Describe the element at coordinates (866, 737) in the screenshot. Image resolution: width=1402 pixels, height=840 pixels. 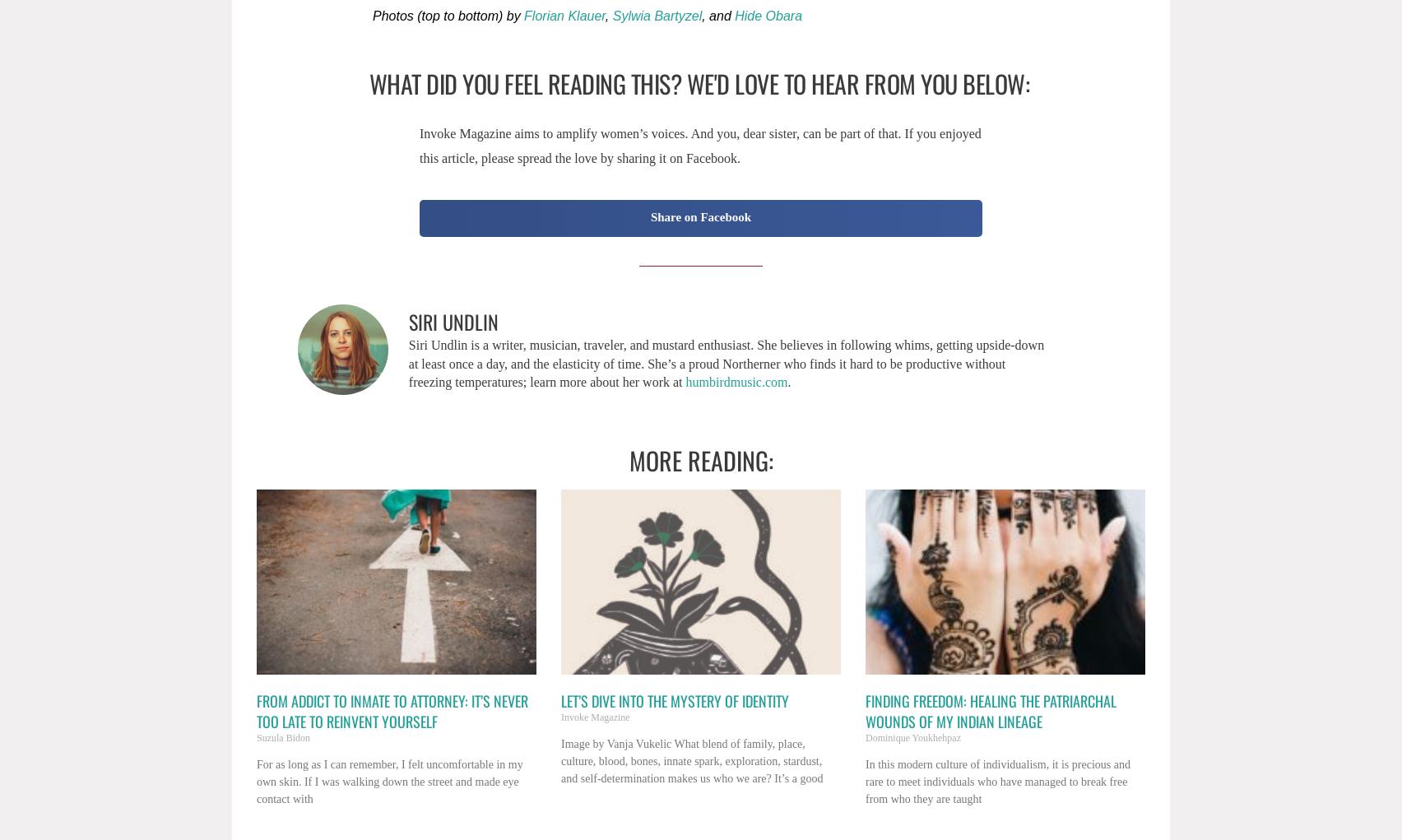
I see `'Dominique Youkhehpaz'` at that location.